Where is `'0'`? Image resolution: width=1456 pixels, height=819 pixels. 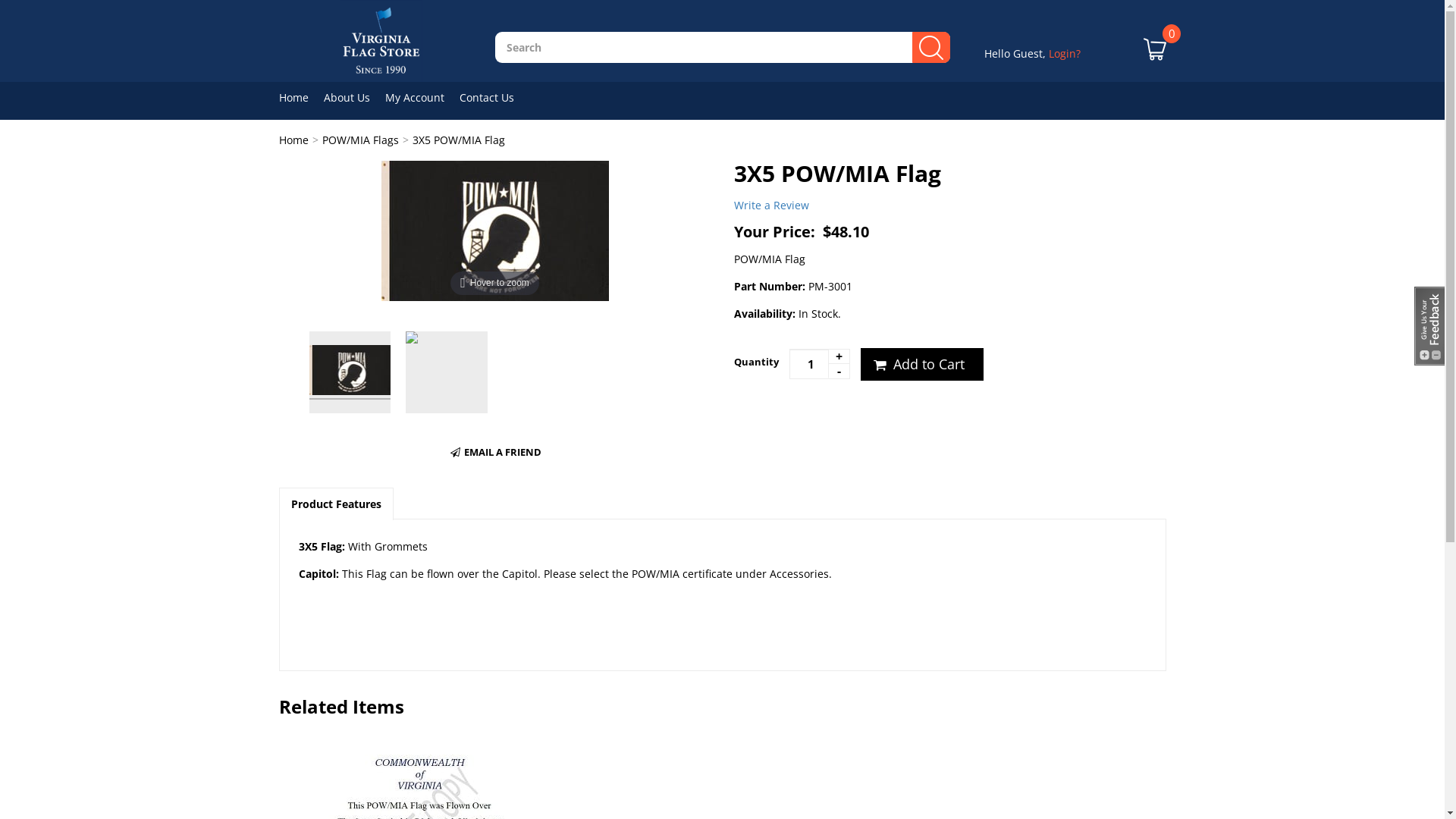 '0' is located at coordinates (1153, 59).